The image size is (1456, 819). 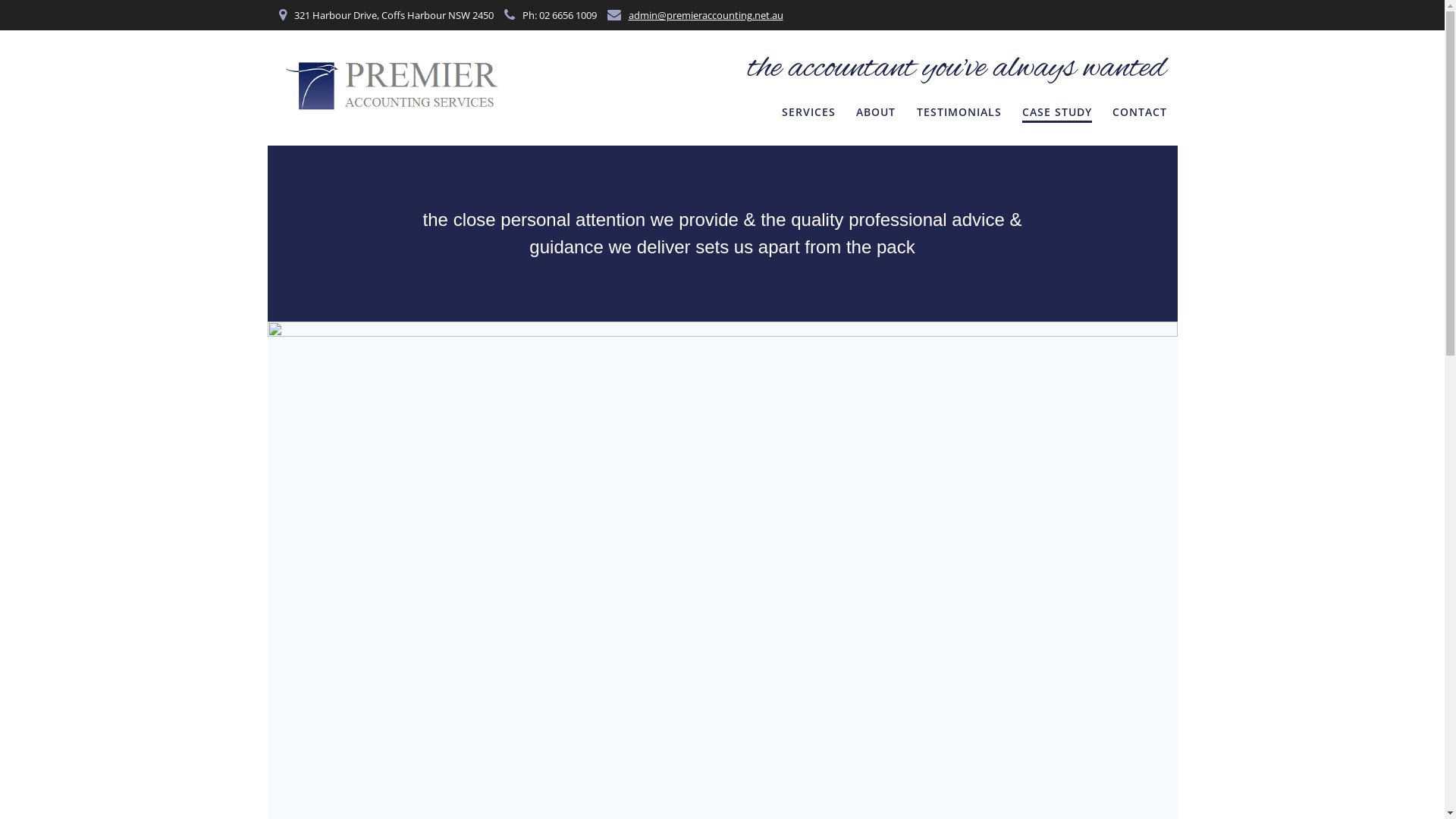 I want to click on 'CASE STUDY', so click(x=1056, y=112).